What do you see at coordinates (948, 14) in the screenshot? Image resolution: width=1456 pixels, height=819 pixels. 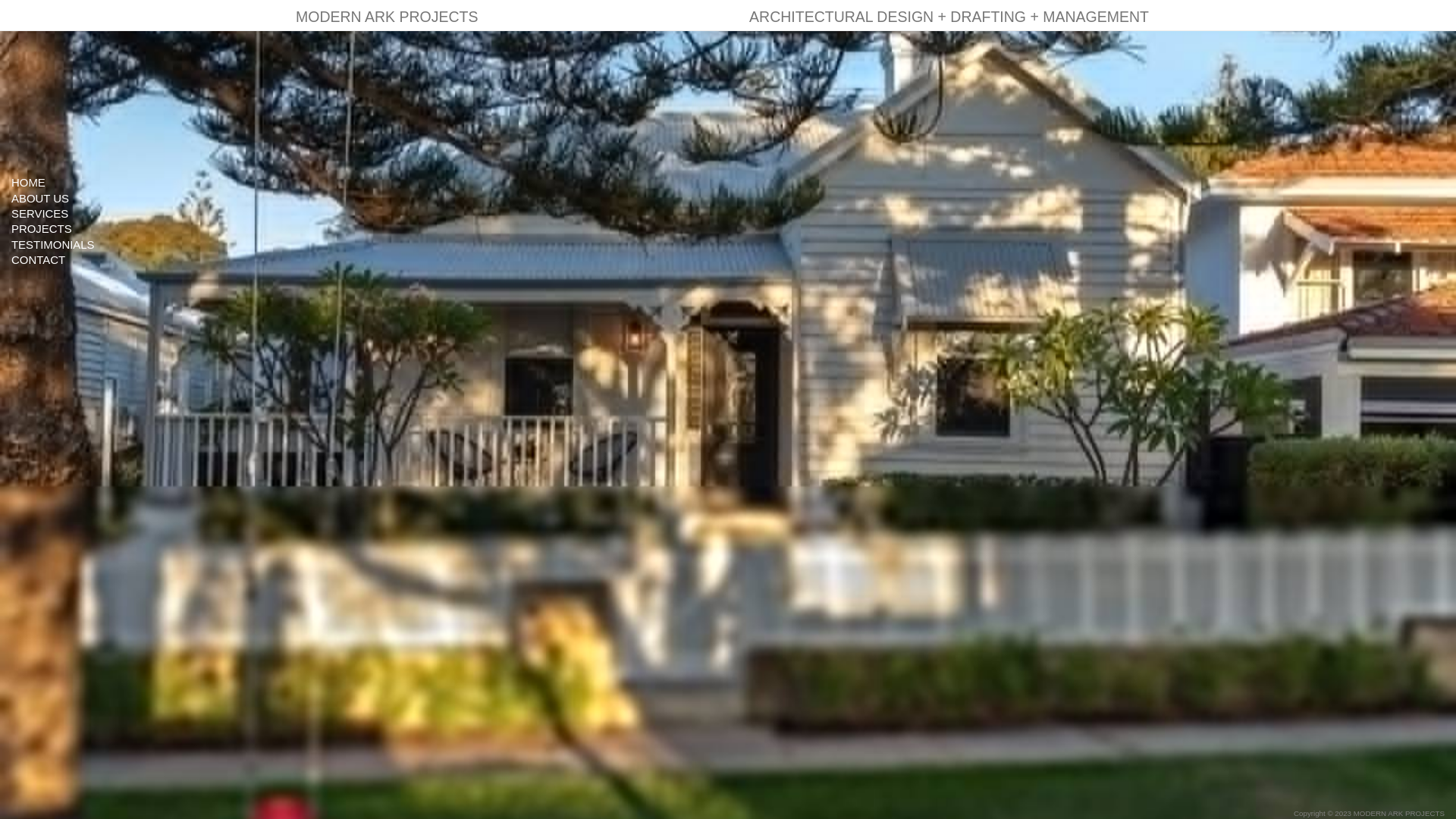 I see `'ARCHITECTURAL DESIGN + DRAFTING + MANAGEMENT'` at bounding box center [948, 14].